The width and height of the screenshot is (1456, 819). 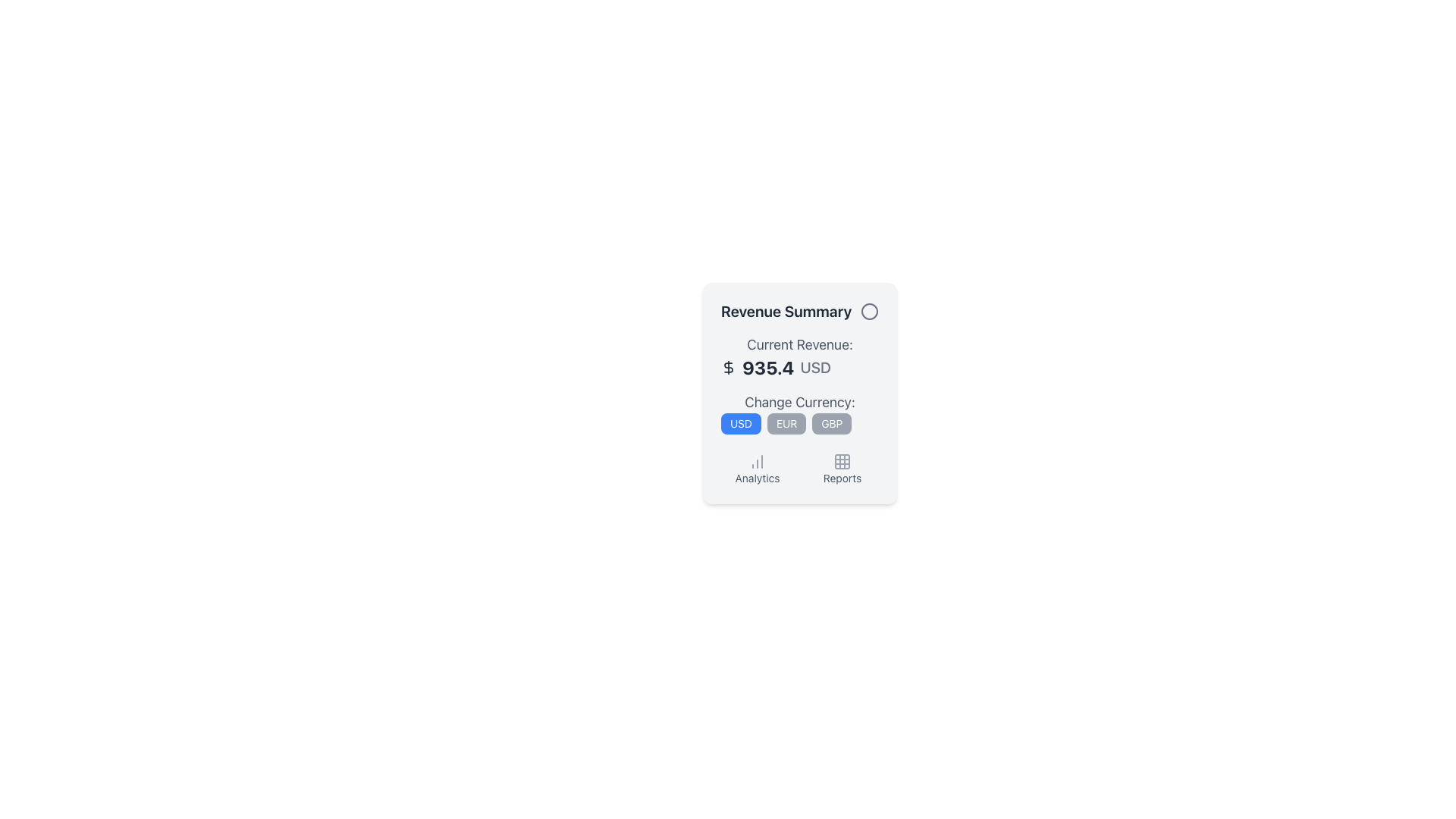 I want to click on the grid view icon, so click(x=841, y=461).